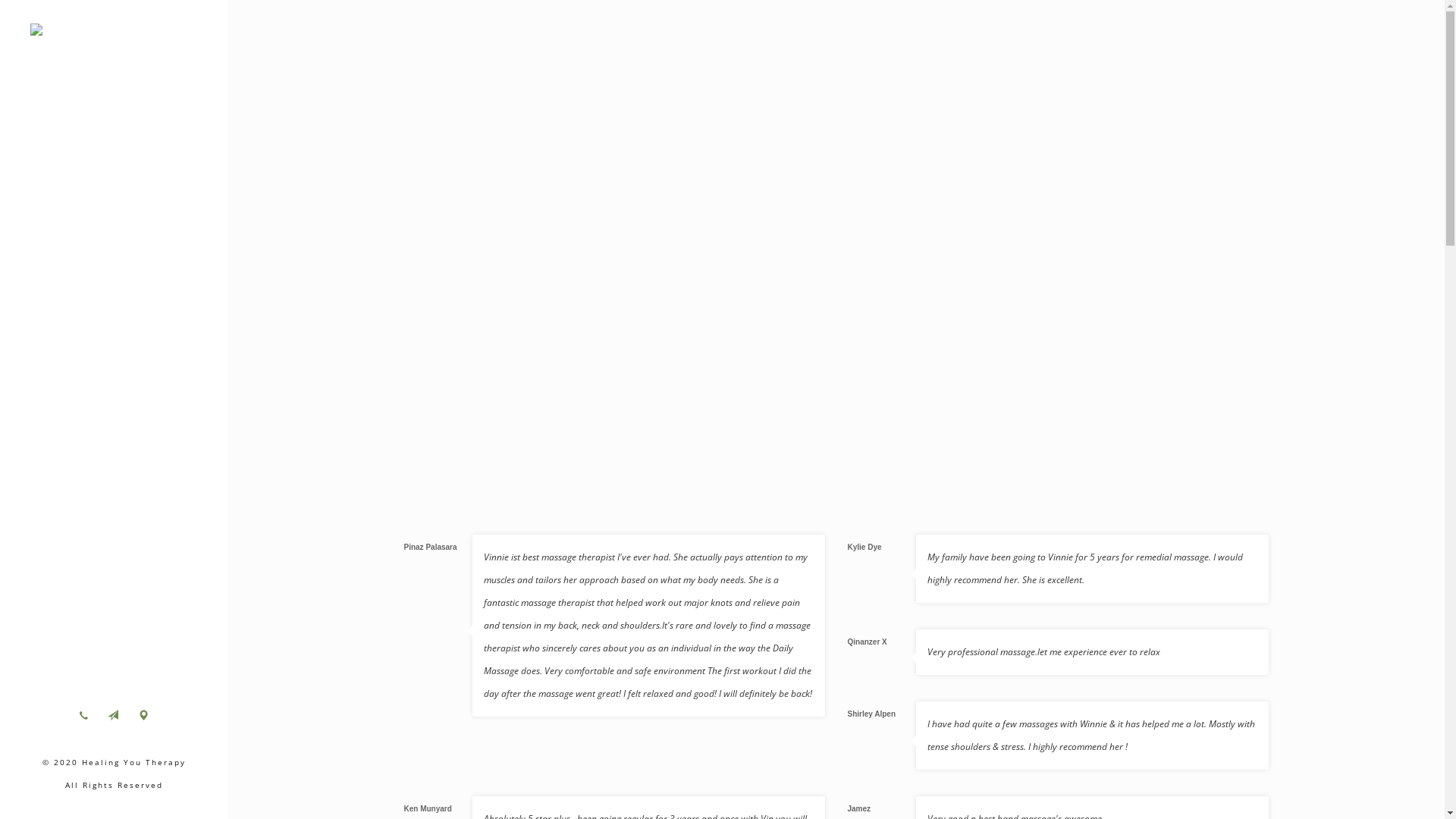 Image resolution: width=1456 pixels, height=819 pixels. What do you see at coordinates (71, 714) in the screenshot?
I see `'Phone'` at bounding box center [71, 714].